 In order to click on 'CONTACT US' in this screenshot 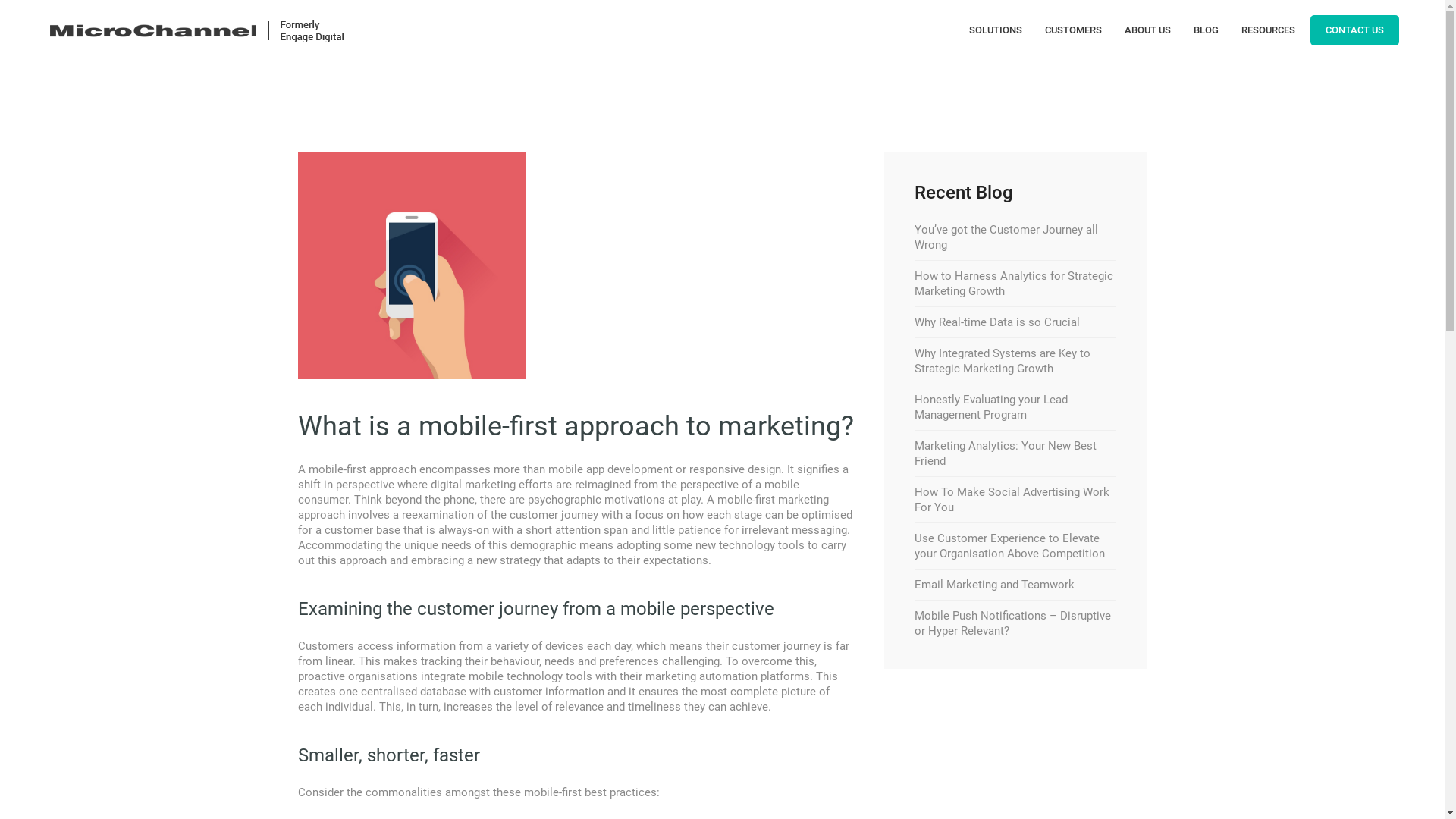, I will do `click(1354, 30)`.